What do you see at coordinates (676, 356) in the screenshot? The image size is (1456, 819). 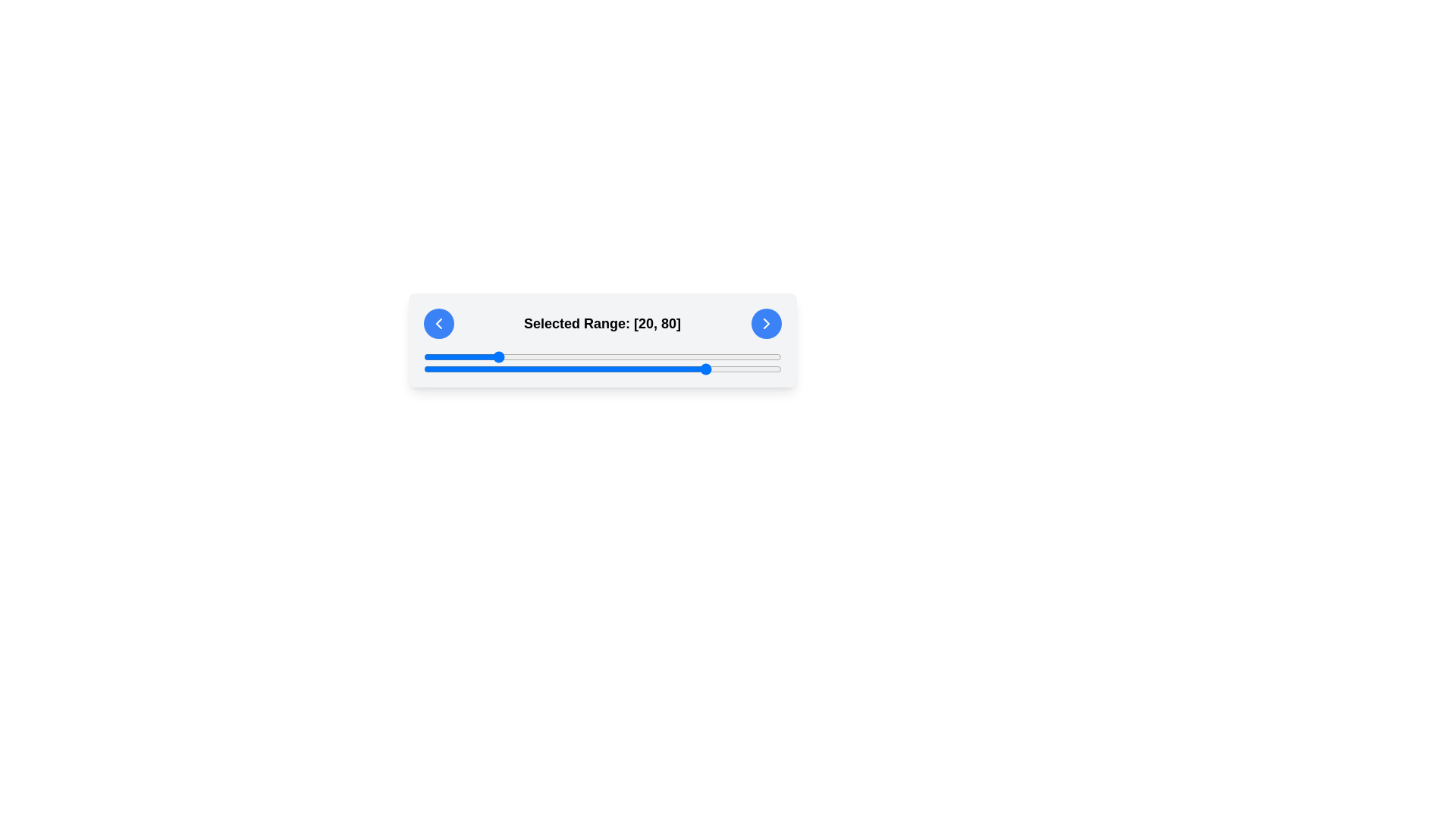 I see `slider value` at bounding box center [676, 356].